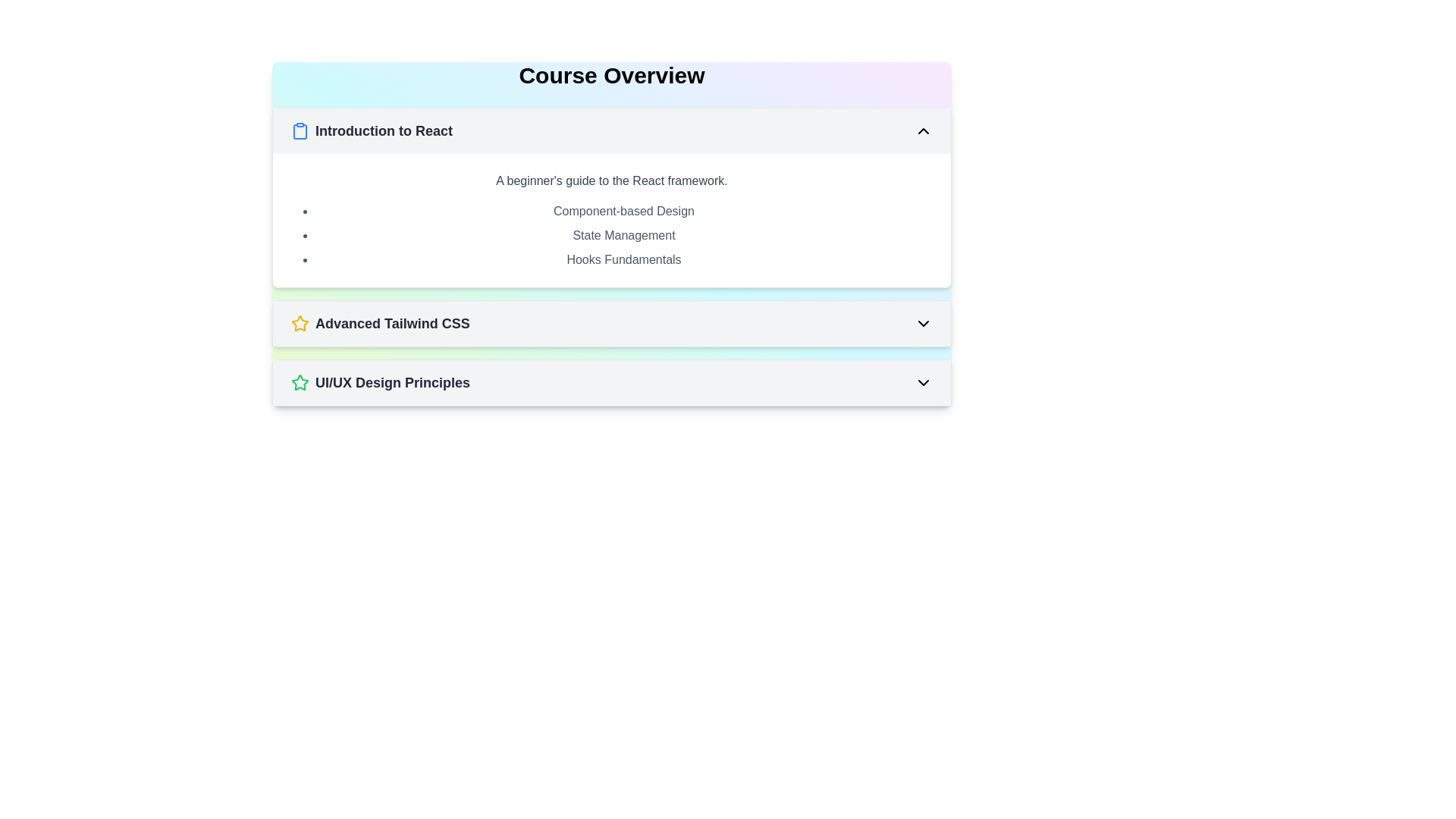 Image resolution: width=1456 pixels, height=819 pixels. I want to click on keyboard navigation, so click(372, 130).